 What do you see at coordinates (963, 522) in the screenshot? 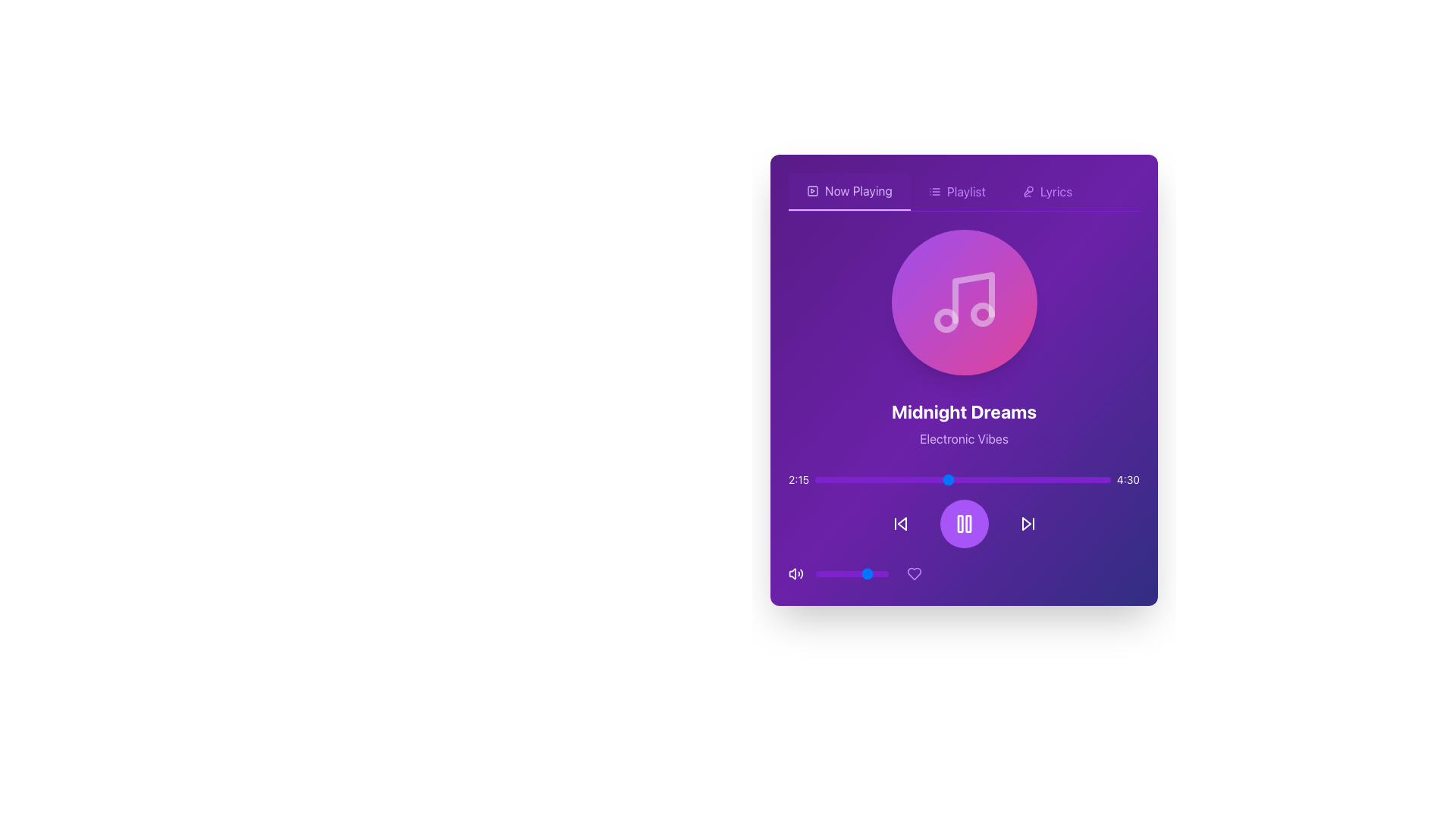
I see `the pause button, which is a circular icon located in the center of the audio player section, positioned between the backward and forward navigation icons` at bounding box center [963, 522].